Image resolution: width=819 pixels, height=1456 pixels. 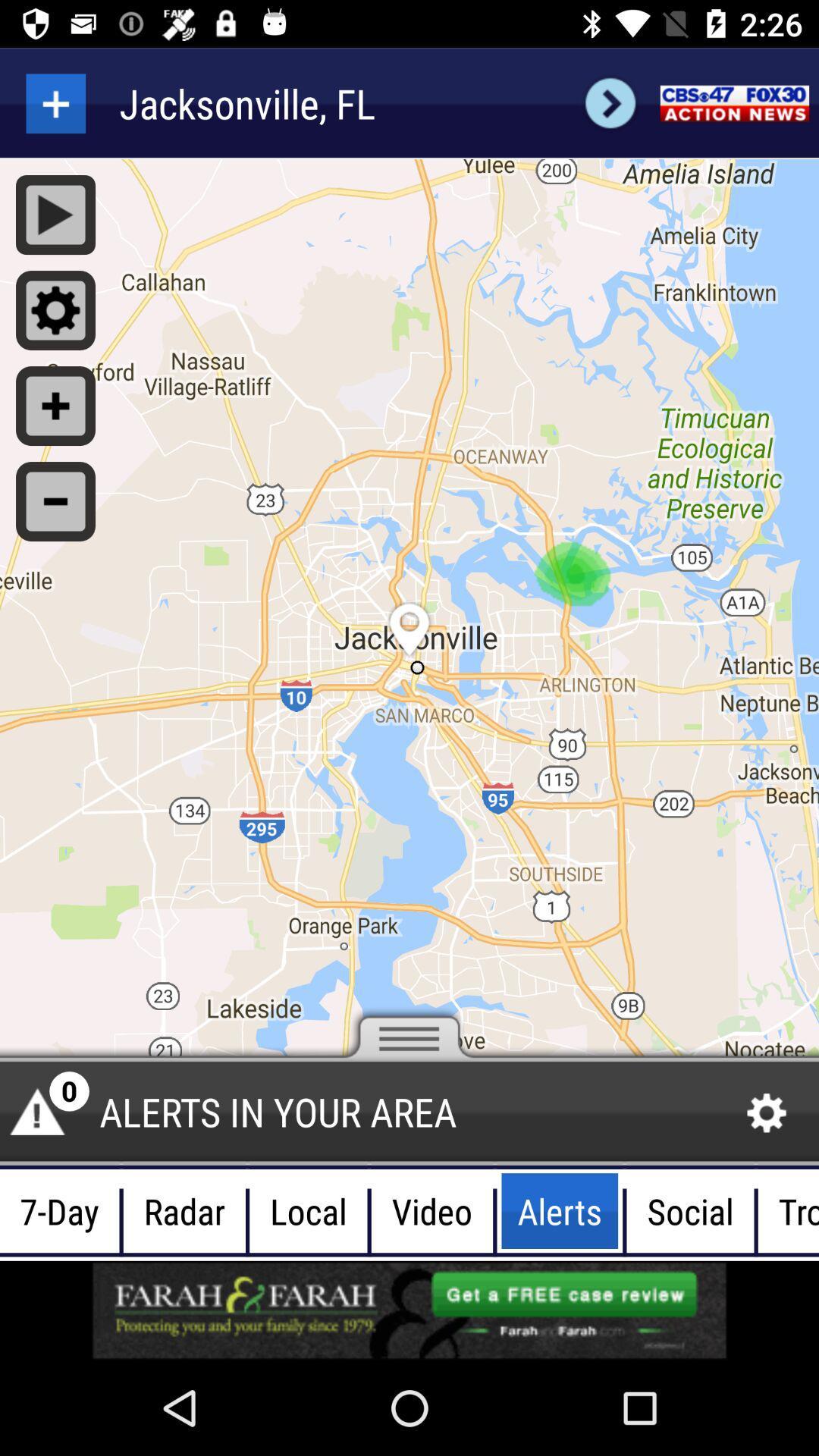 I want to click on the add icon, so click(x=55, y=102).